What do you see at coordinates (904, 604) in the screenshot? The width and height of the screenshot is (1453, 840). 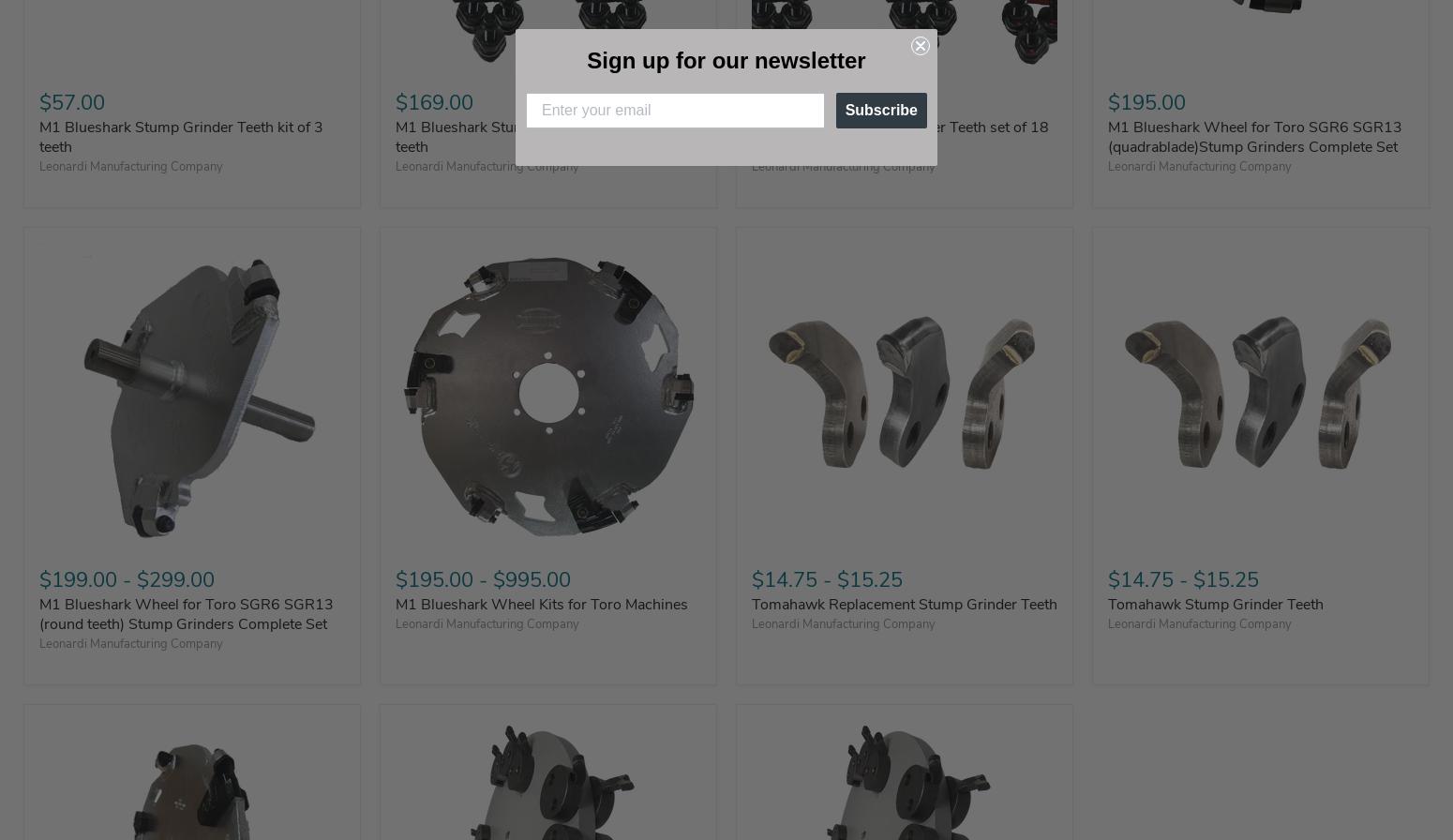 I see `'Tomahawk Replacement Stump Grinder Teeth'` at bounding box center [904, 604].